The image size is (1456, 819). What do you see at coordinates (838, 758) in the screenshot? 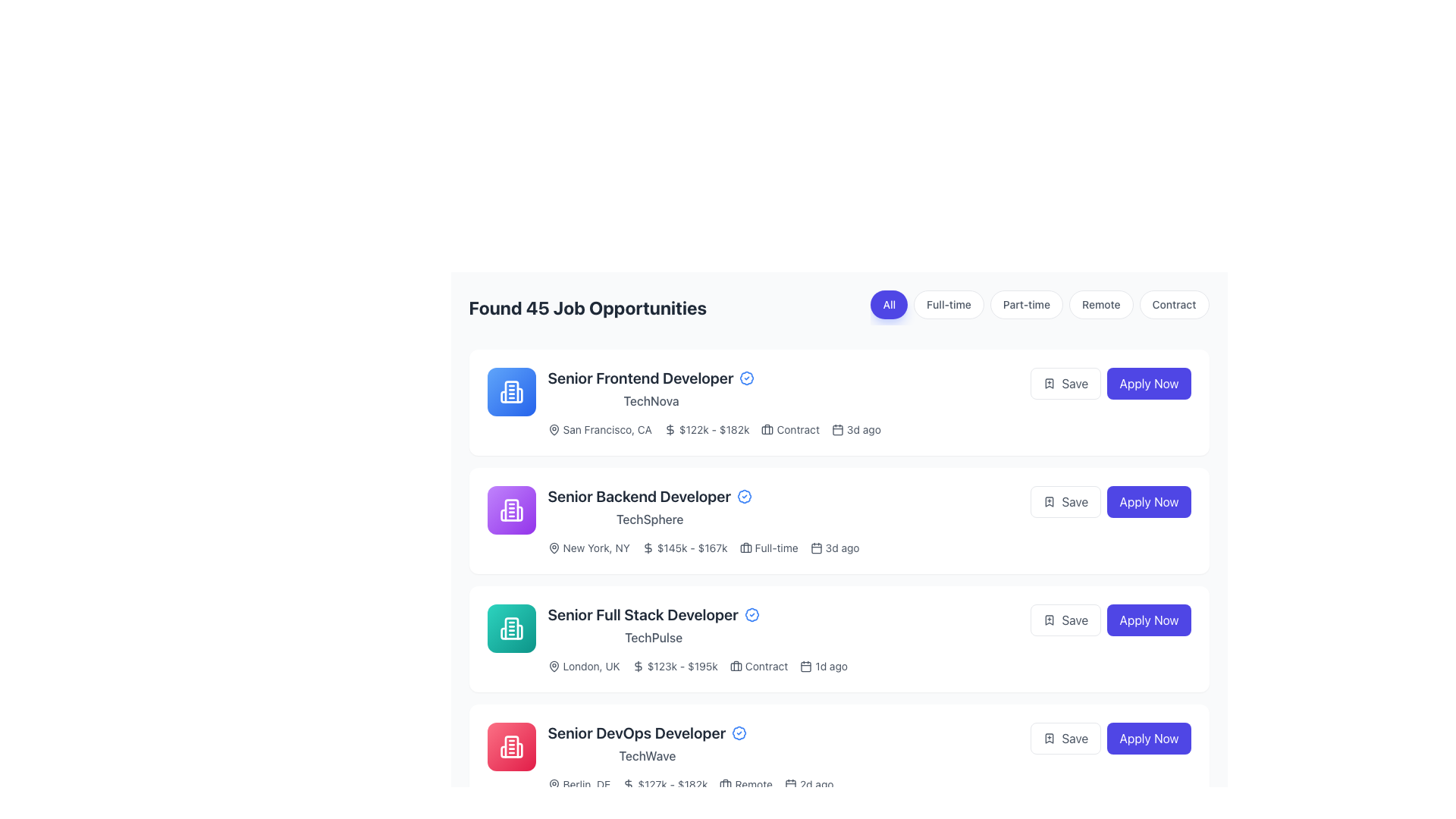
I see `the Job Listing Card that presents detailed information about a specific job opportunity, located at the bottom of the visible list of job opportunities` at bounding box center [838, 758].